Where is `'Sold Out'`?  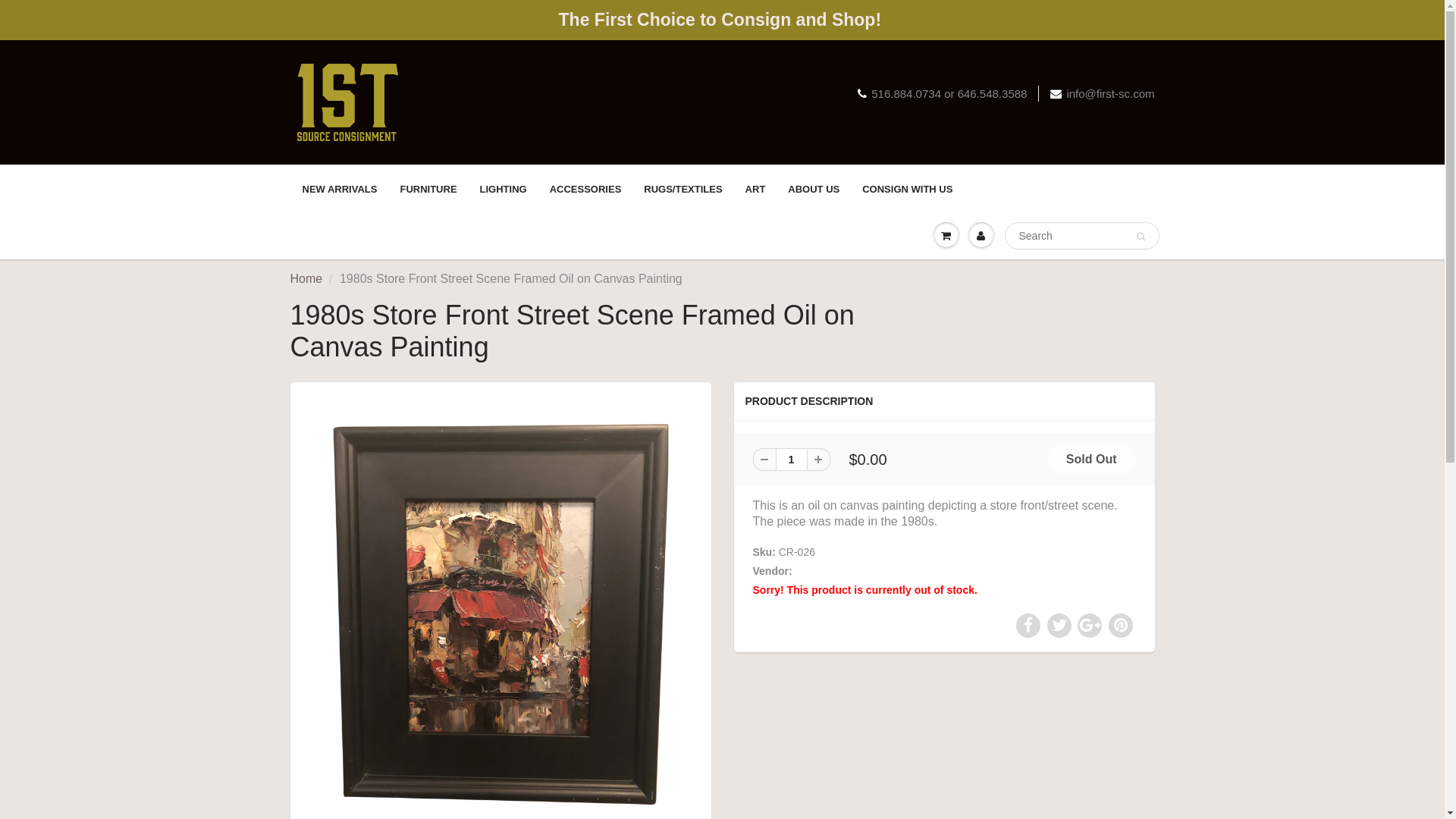 'Sold Out' is located at coordinates (1046, 458).